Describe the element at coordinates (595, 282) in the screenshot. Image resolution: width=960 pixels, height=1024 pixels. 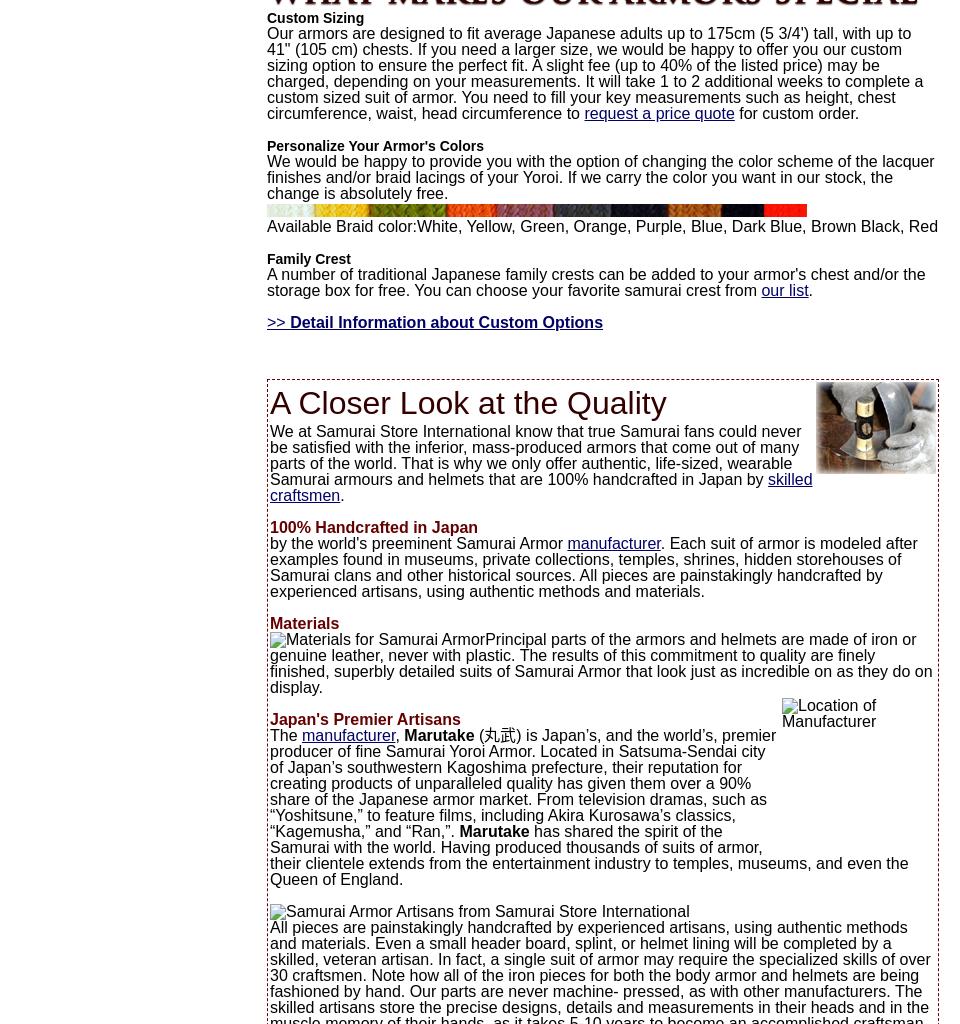
I see `'A number of traditional Japanese family crests can be added to your armor's chest and/or the storage box for free. You can choose your favorite samurai crest from'` at that location.